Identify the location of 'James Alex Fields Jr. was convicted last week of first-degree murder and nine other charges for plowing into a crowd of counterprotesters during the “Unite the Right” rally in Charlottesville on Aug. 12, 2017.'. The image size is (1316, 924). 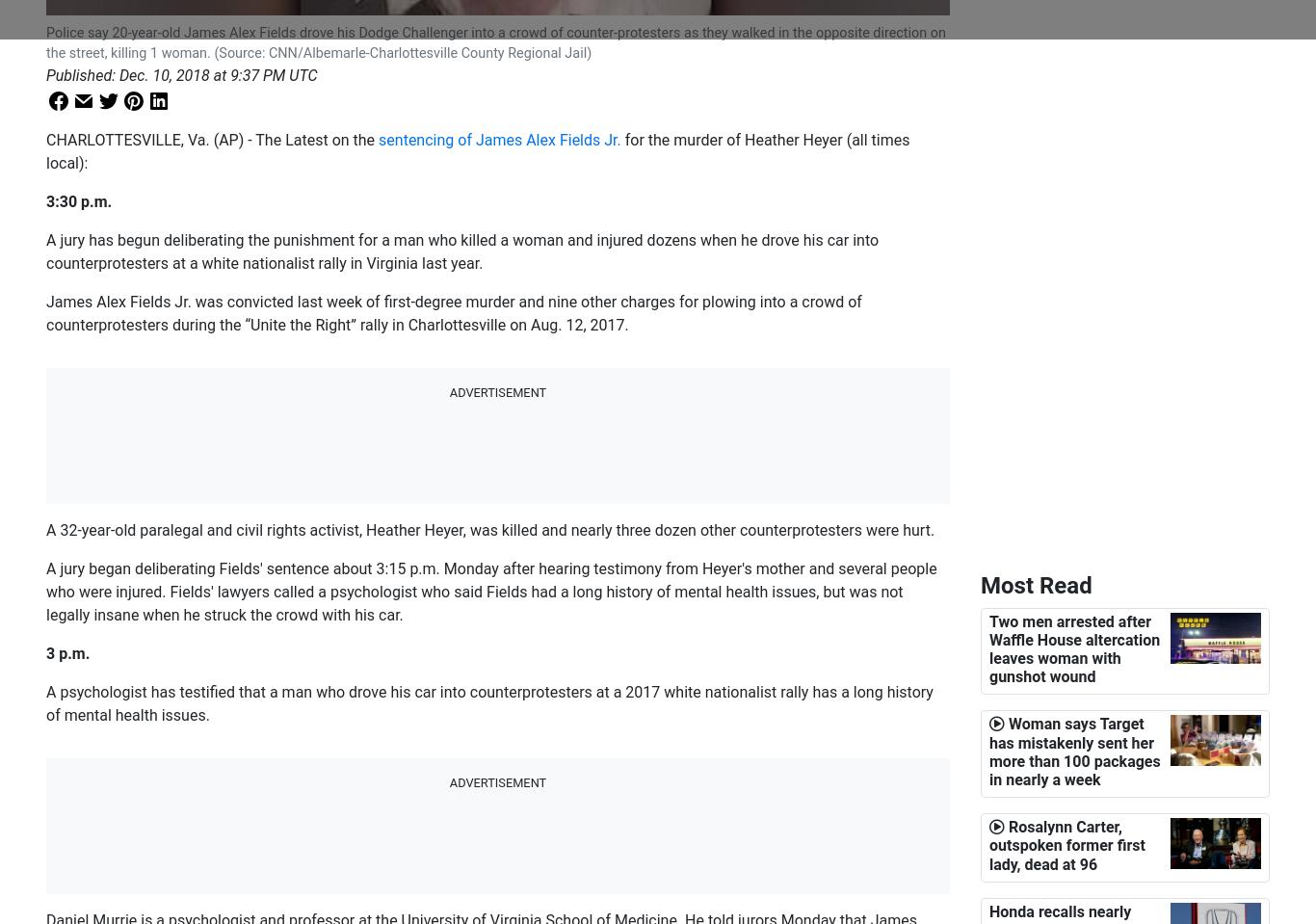
(453, 311).